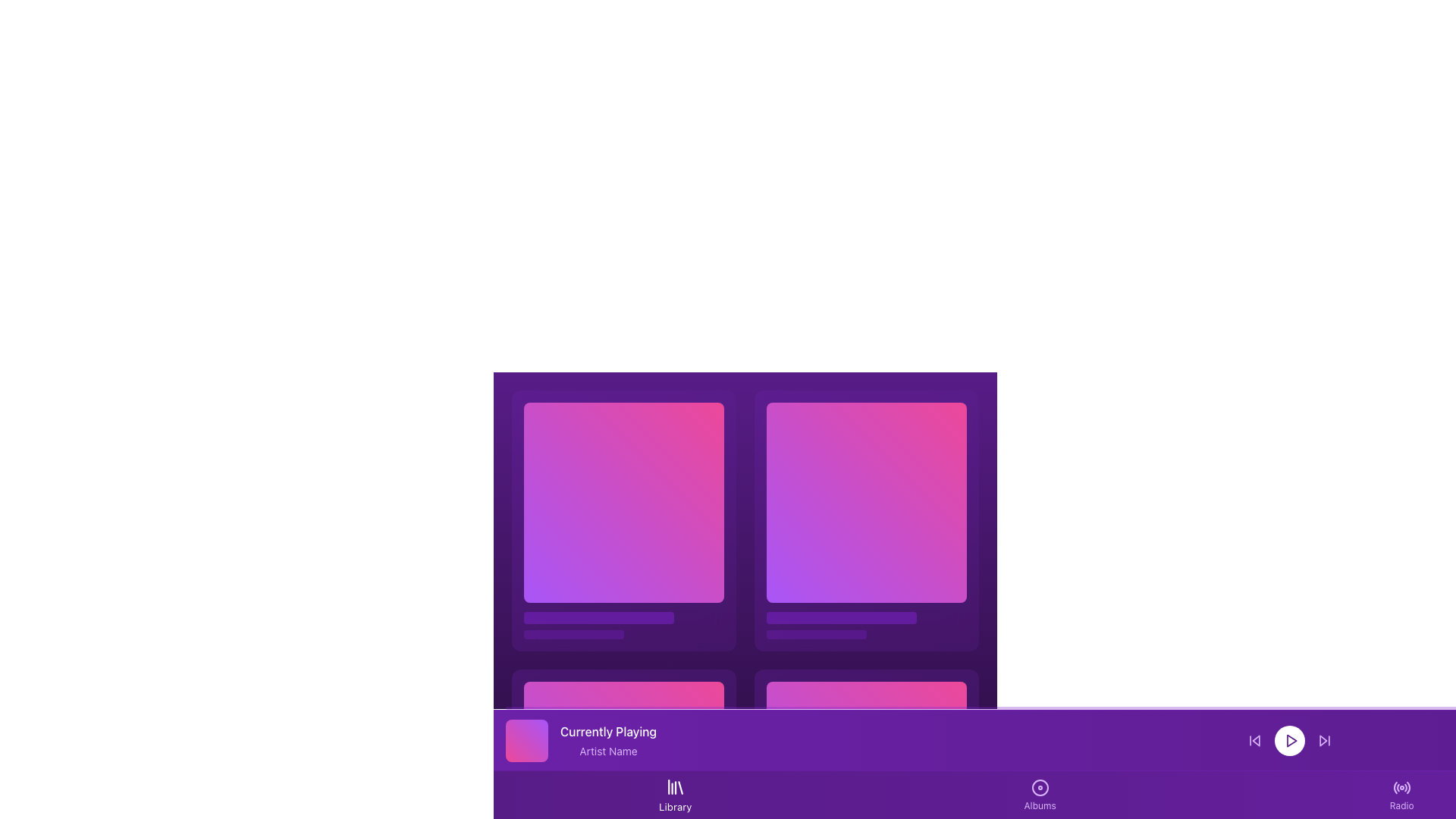 Image resolution: width=1456 pixels, height=819 pixels. What do you see at coordinates (608, 739) in the screenshot?
I see `the text block displaying information about the currently playing media, including the track title and artist, positioned in the now-playing section of the application` at bounding box center [608, 739].